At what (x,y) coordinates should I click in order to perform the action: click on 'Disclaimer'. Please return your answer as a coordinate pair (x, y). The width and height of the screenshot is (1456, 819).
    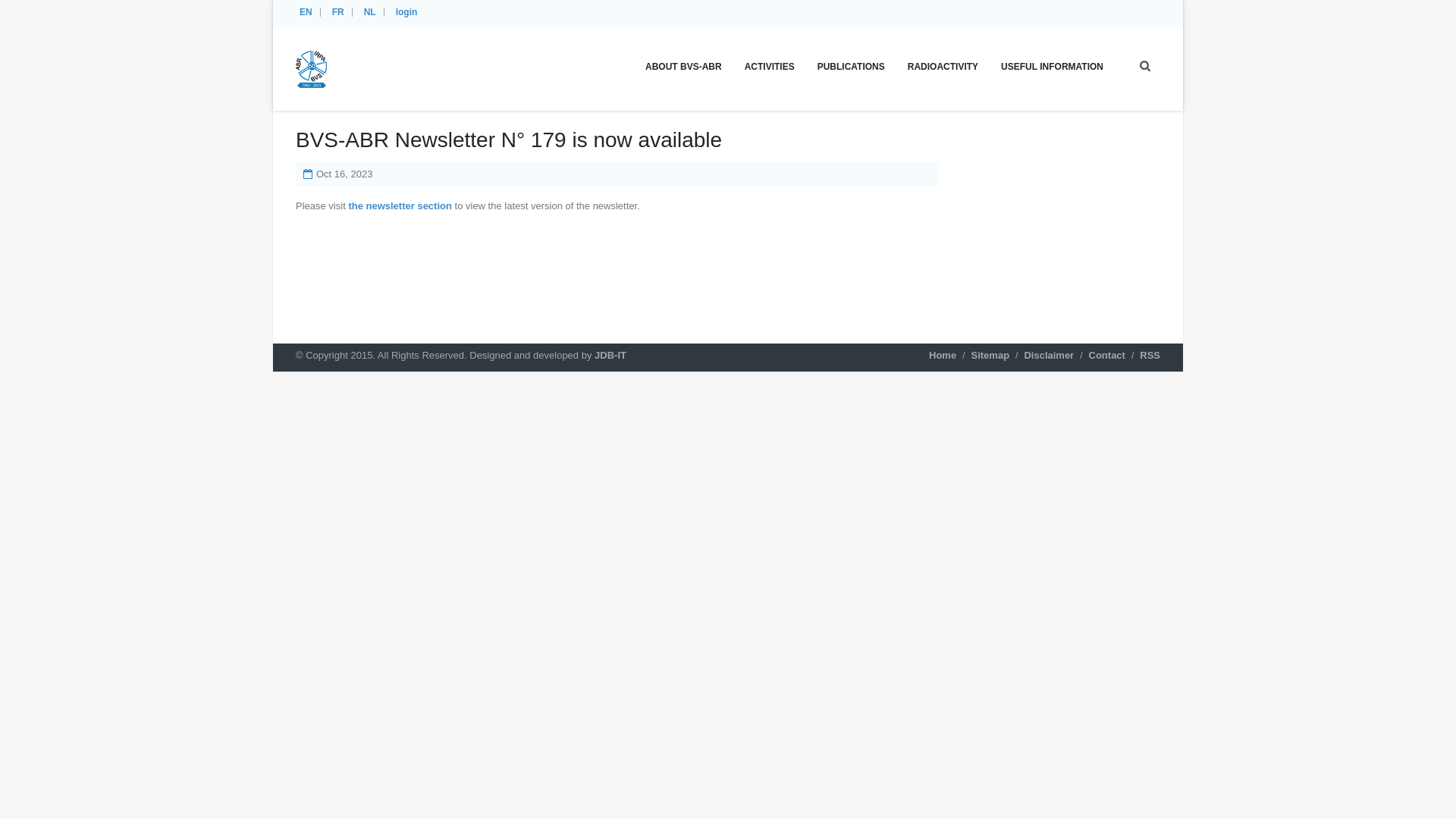
    Looking at the image, I should click on (1047, 355).